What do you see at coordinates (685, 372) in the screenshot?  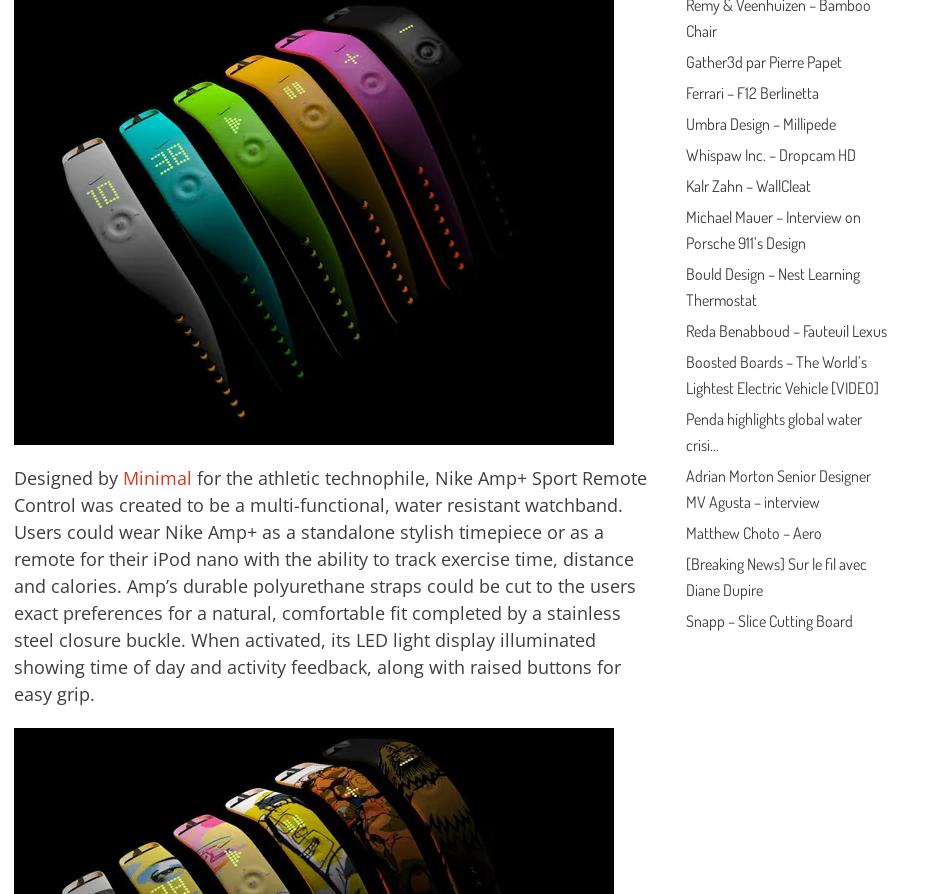 I see `'Boosted Boards – The World’s Lightest Electric Vehicle [VIDEO]'` at bounding box center [685, 372].